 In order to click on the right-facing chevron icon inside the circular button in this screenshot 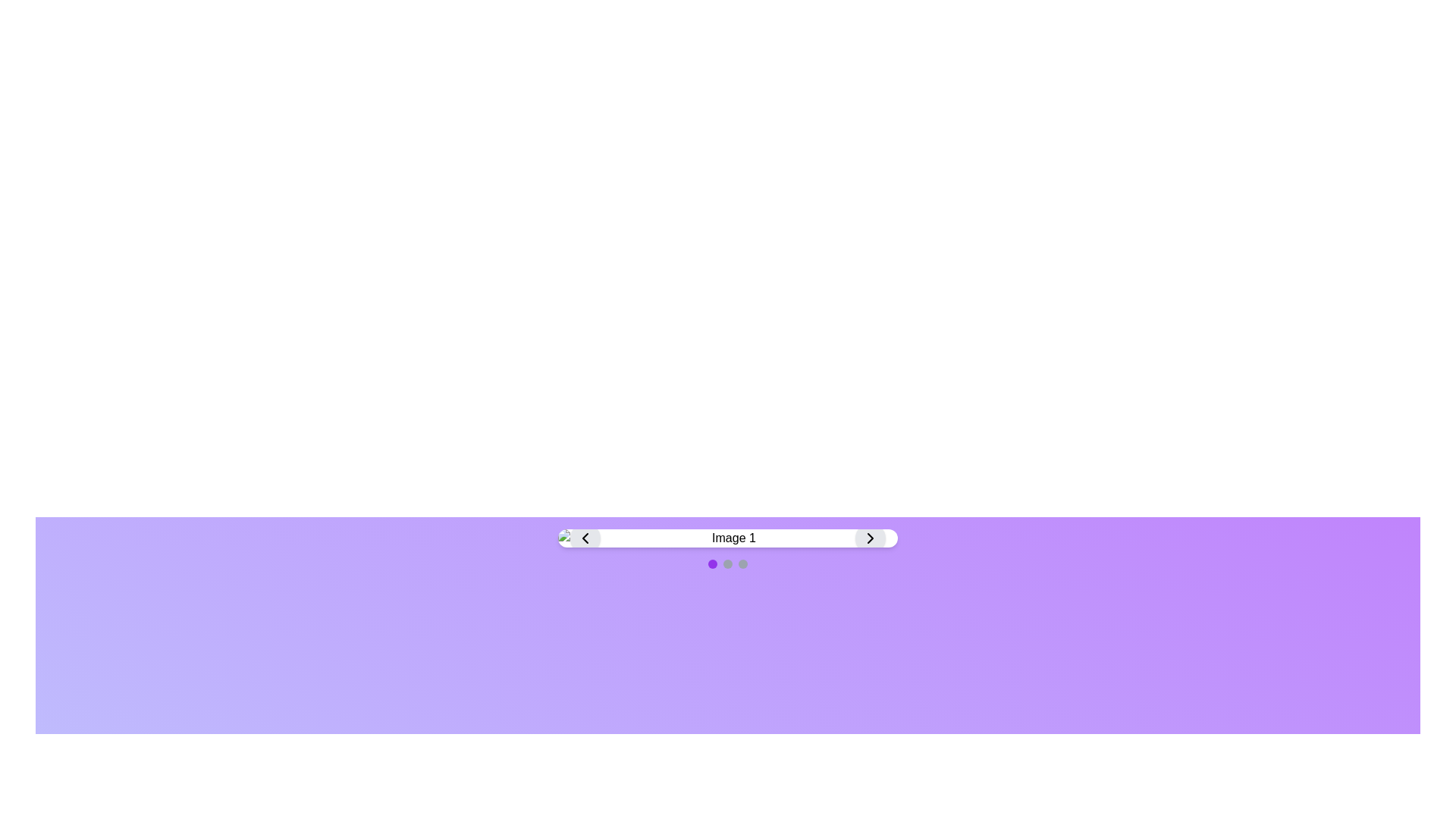, I will do `click(870, 537)`.